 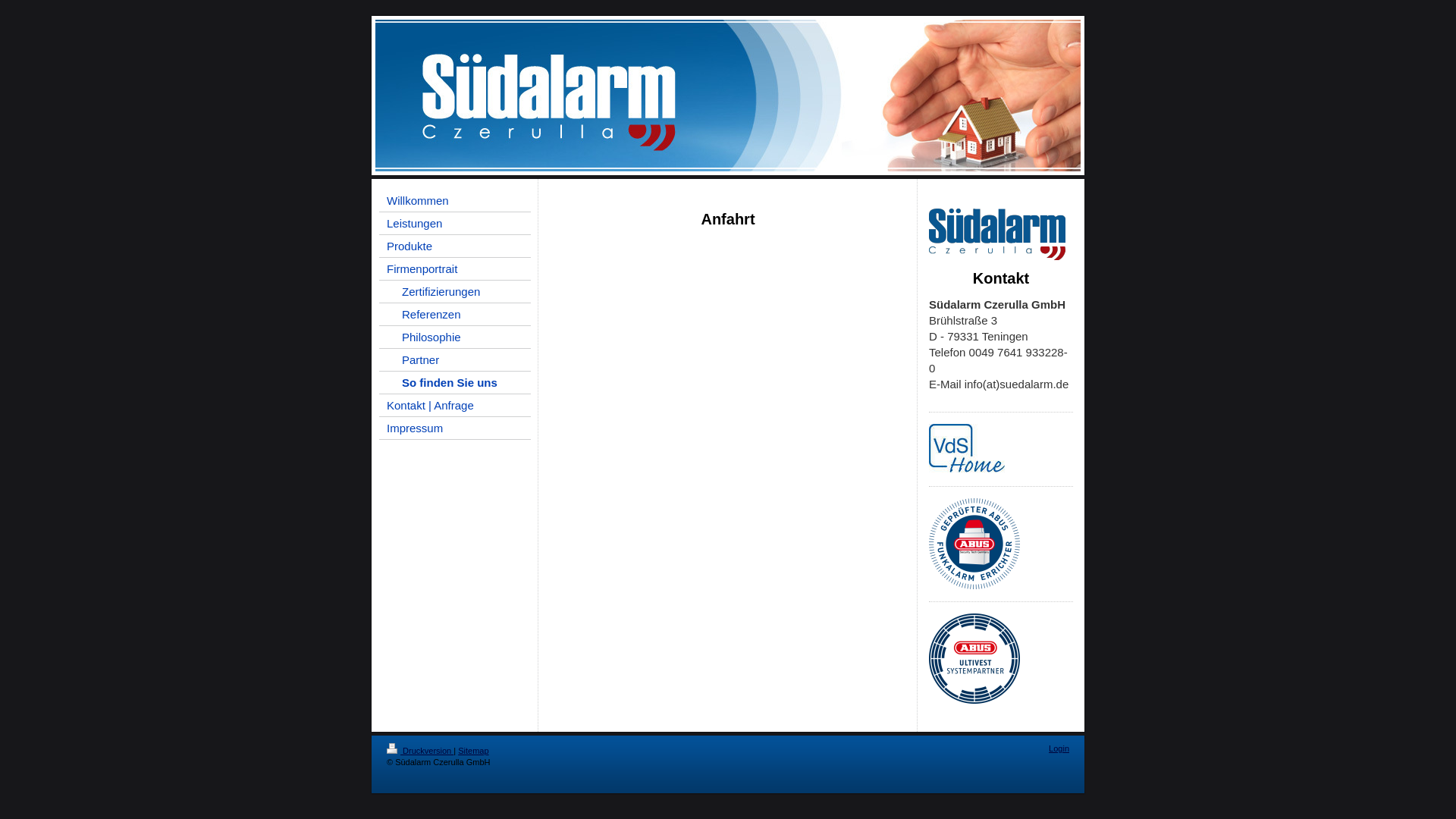 I want to click on 'Zertifizierungen', so click(x=378, y=292).